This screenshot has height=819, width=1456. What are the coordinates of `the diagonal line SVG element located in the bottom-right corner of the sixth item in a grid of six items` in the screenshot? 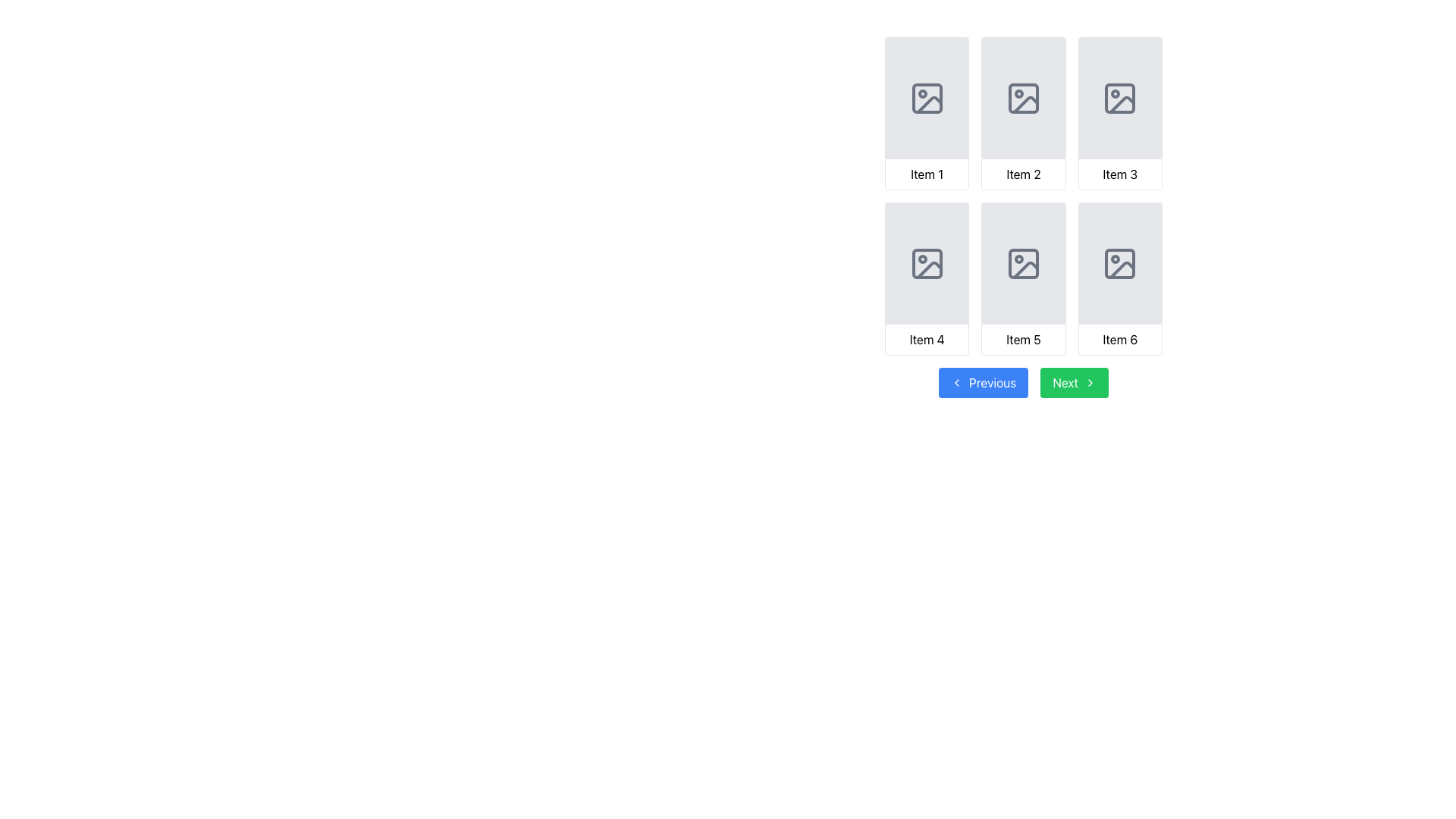 It's located at (1122, 269).